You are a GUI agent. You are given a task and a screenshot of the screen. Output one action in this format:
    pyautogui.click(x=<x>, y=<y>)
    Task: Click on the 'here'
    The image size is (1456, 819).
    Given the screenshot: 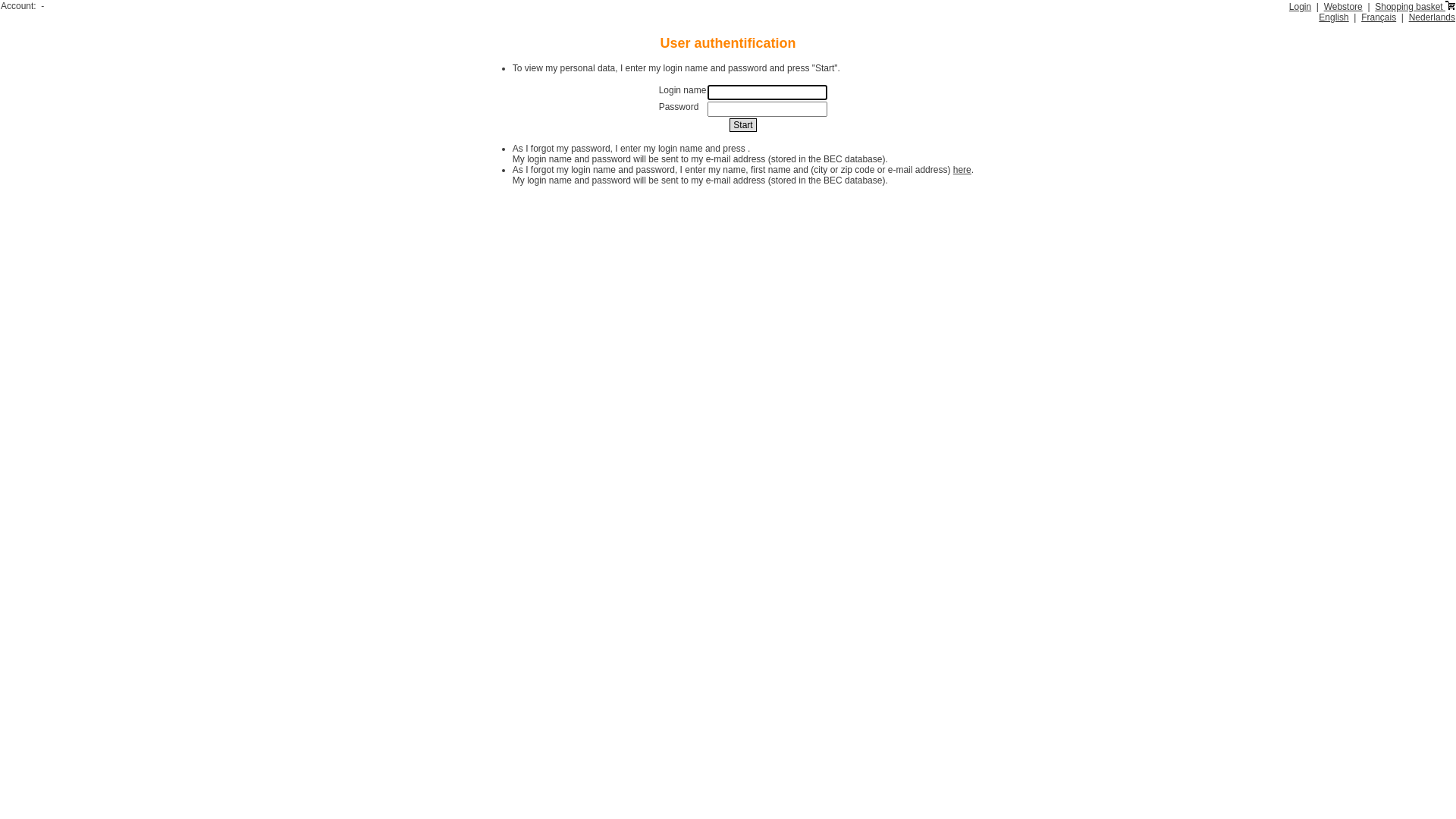 What is the action you would take?
    pyautogui.click(x=952, y=169)
    